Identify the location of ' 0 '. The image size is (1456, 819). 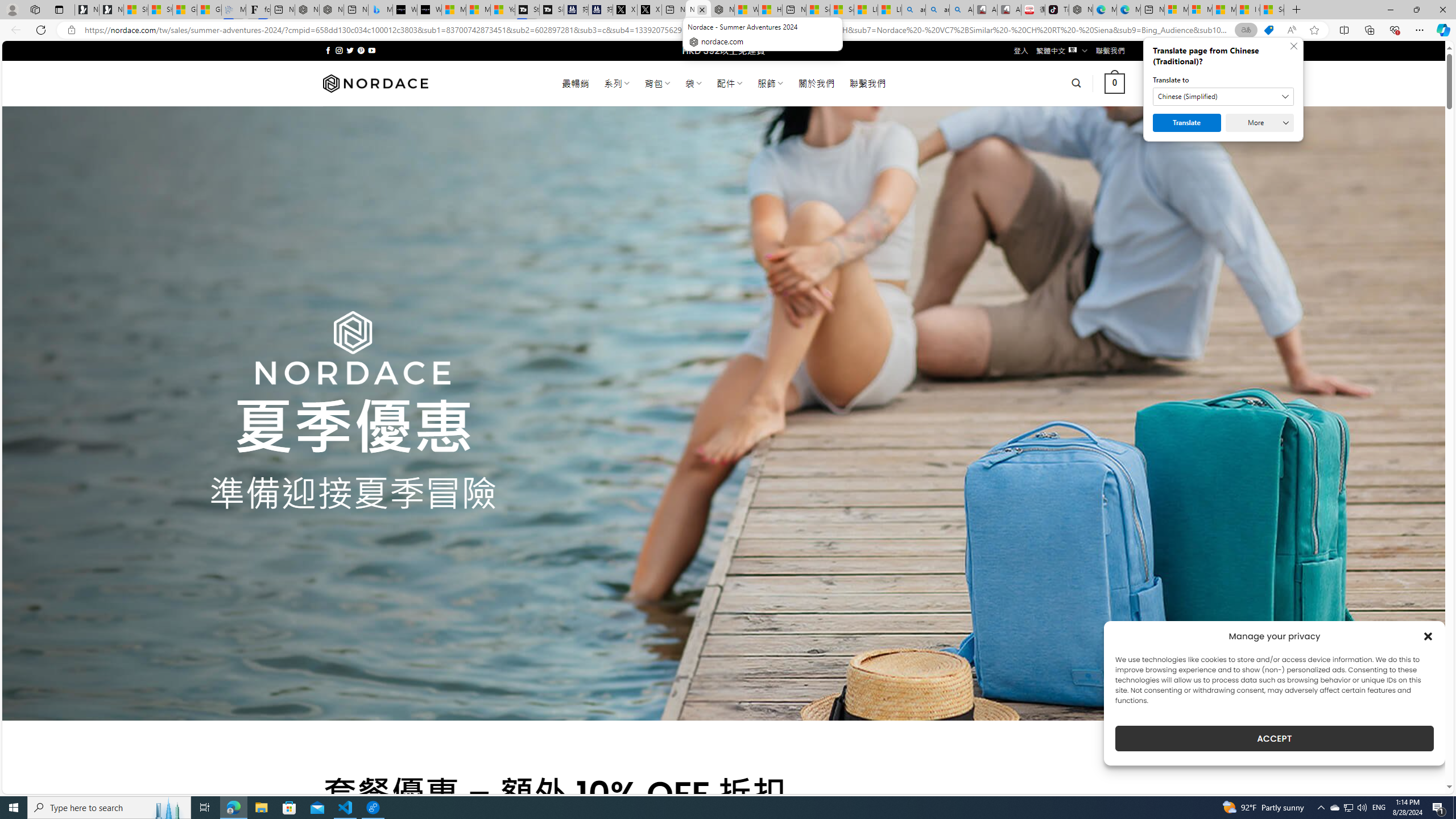
(1115, 82).